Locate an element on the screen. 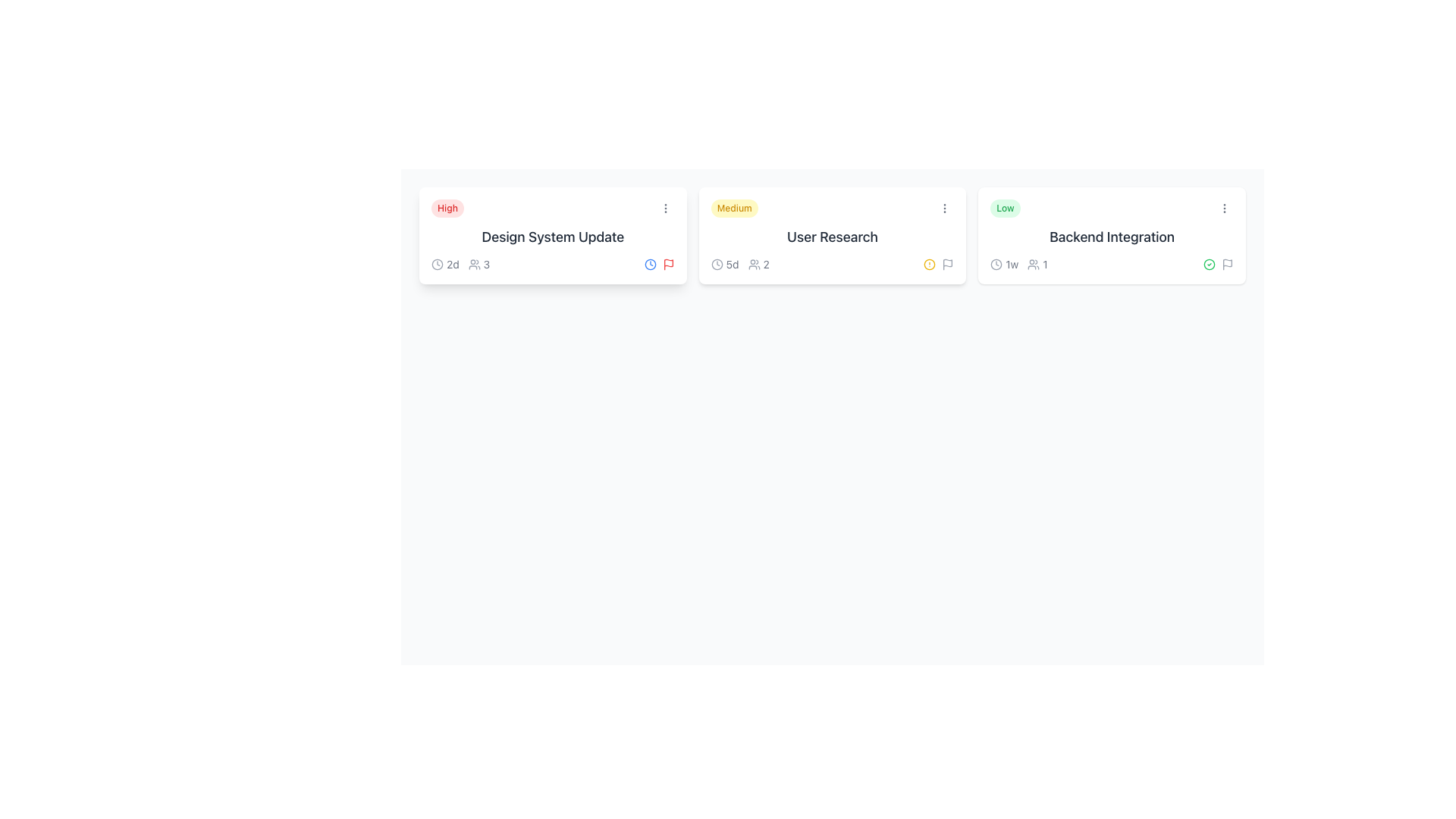 This screenshot has width=1456, height=819. the static text label displaying 'User Research', which is styled in bold, dark gray font and positioned centrally beneath the 'Medium' tag is located at coordinates (832, 237).